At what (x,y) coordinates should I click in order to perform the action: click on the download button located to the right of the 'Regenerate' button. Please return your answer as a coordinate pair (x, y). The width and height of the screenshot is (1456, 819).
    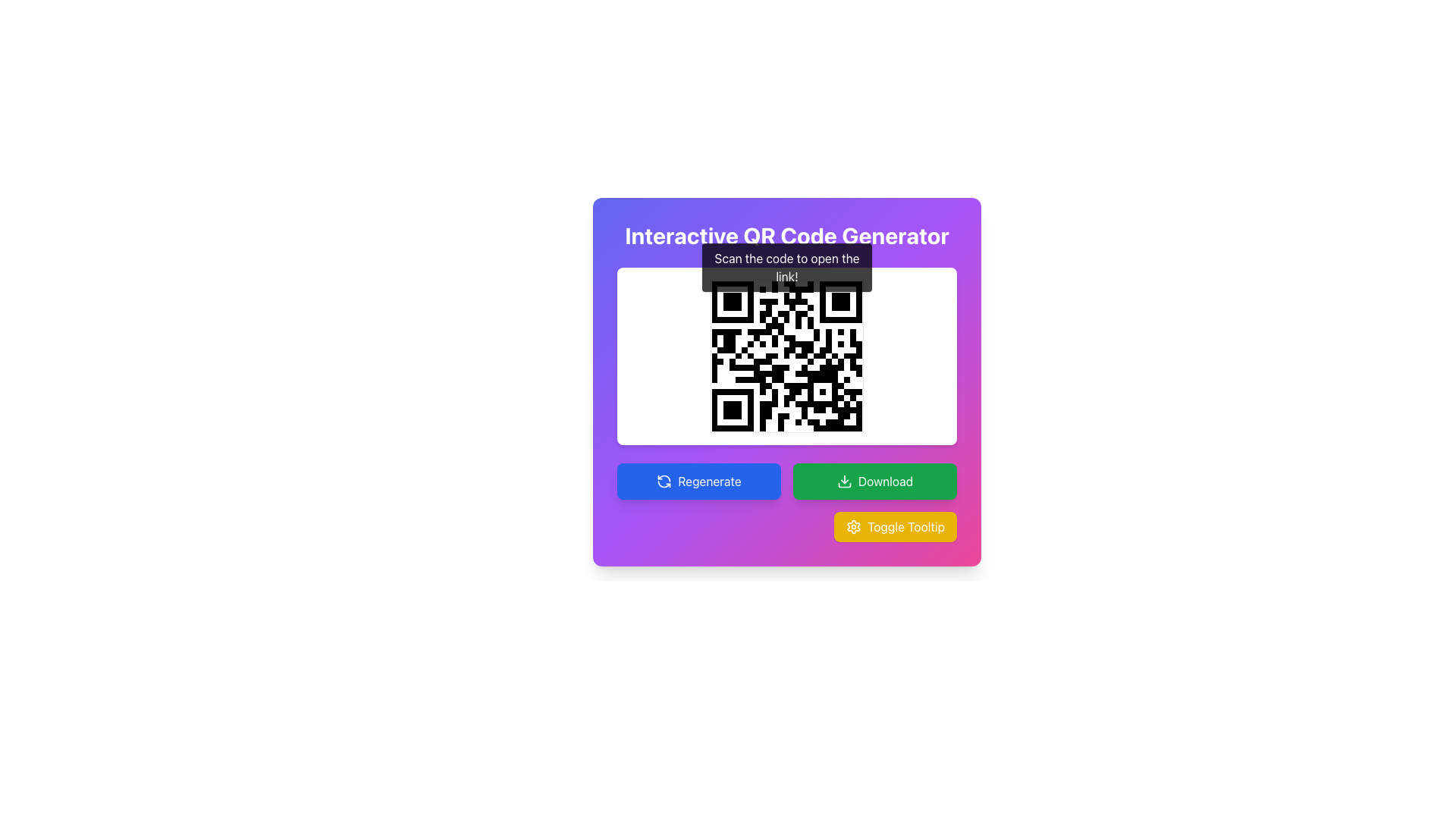
    Looking at the image, I should click on (874, 482).